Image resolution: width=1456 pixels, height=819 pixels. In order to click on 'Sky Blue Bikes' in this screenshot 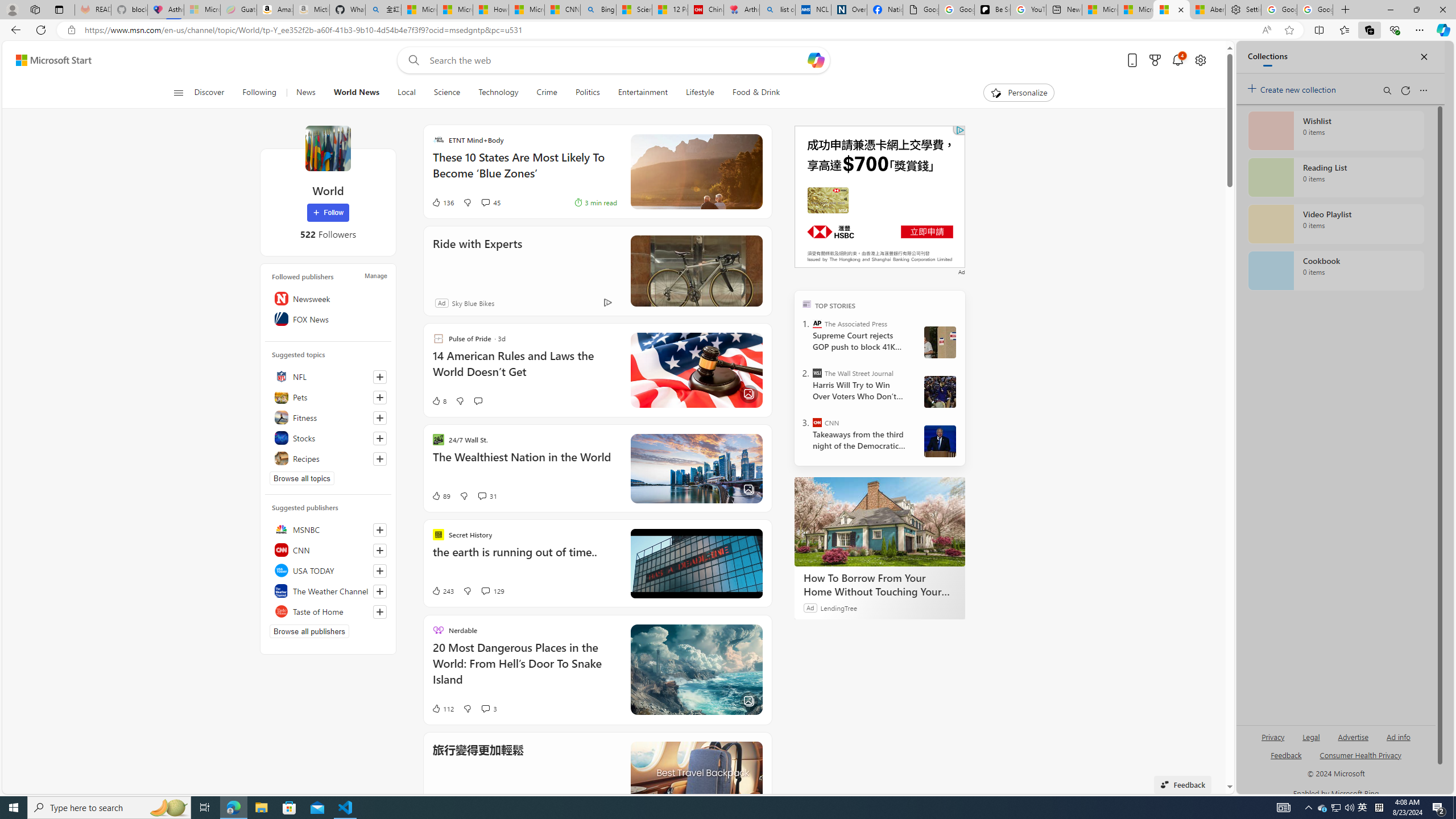, I will do `click(471, 303)`.